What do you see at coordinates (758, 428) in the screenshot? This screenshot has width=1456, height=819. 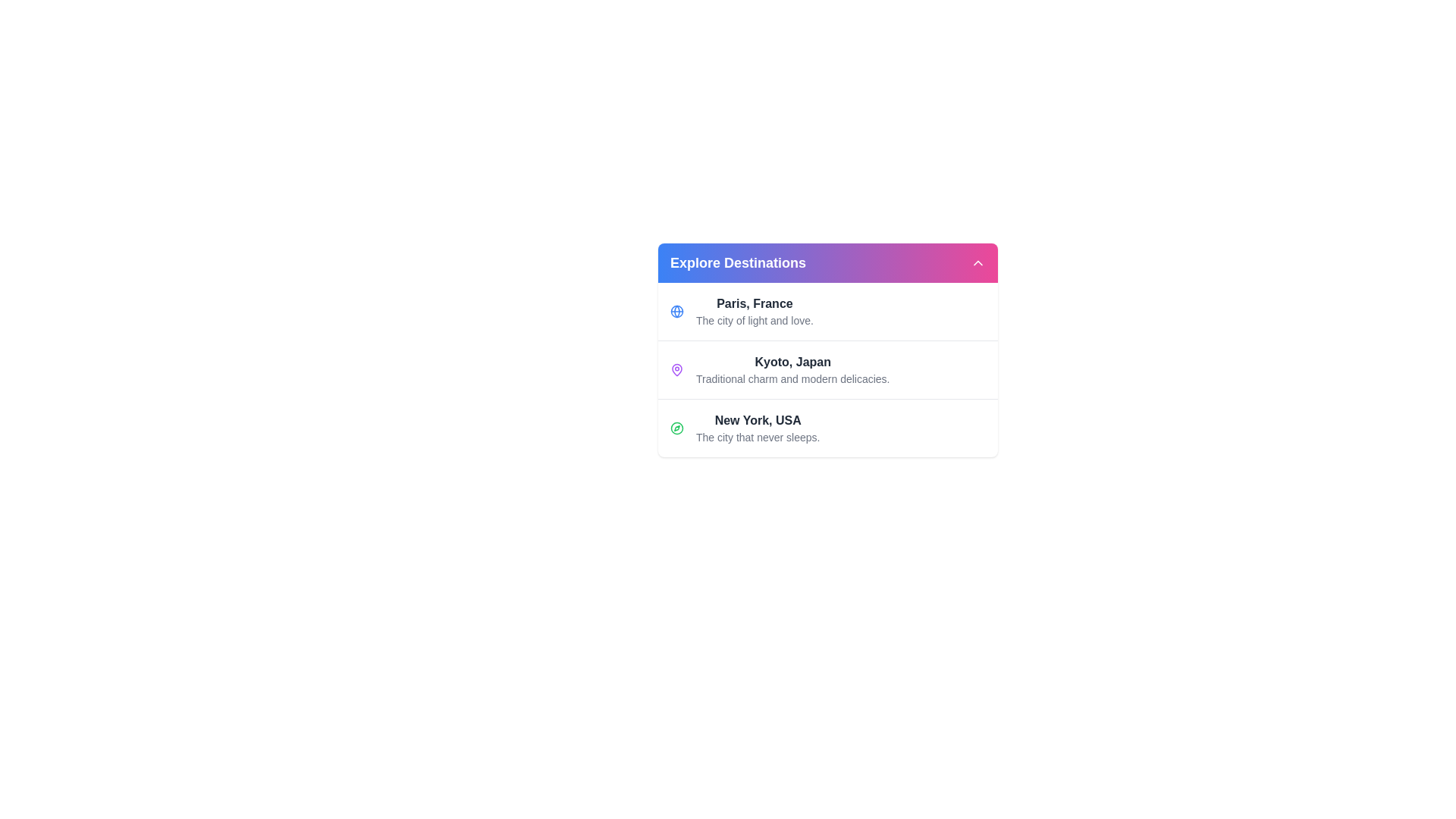 I see `the third list item titled 'New York, USA'` at bounding box center [758, 428].